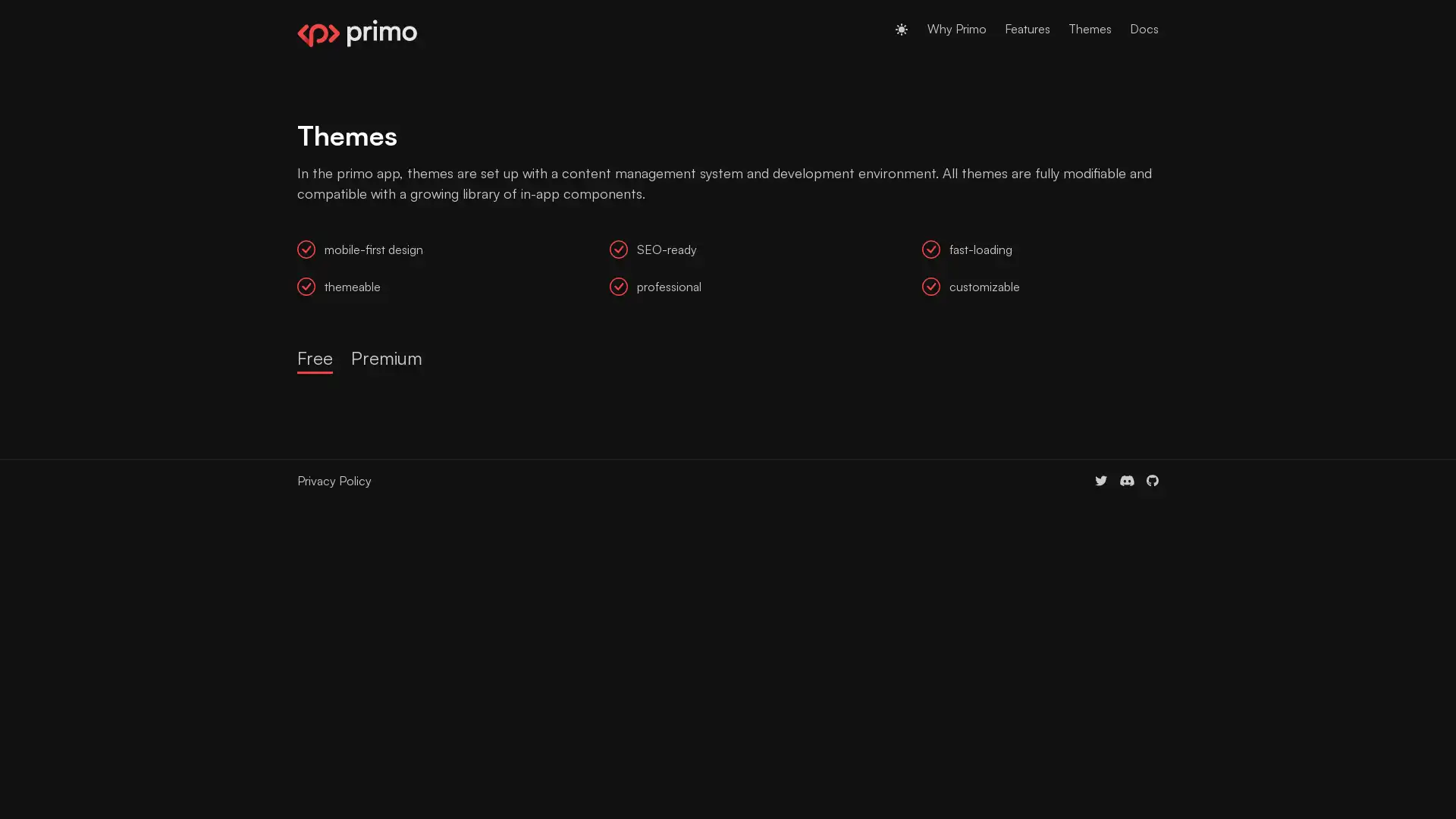  What do you see at coordinates (314, 359) in the screenshot?
I see `Free` at bounding box center [314, 359].